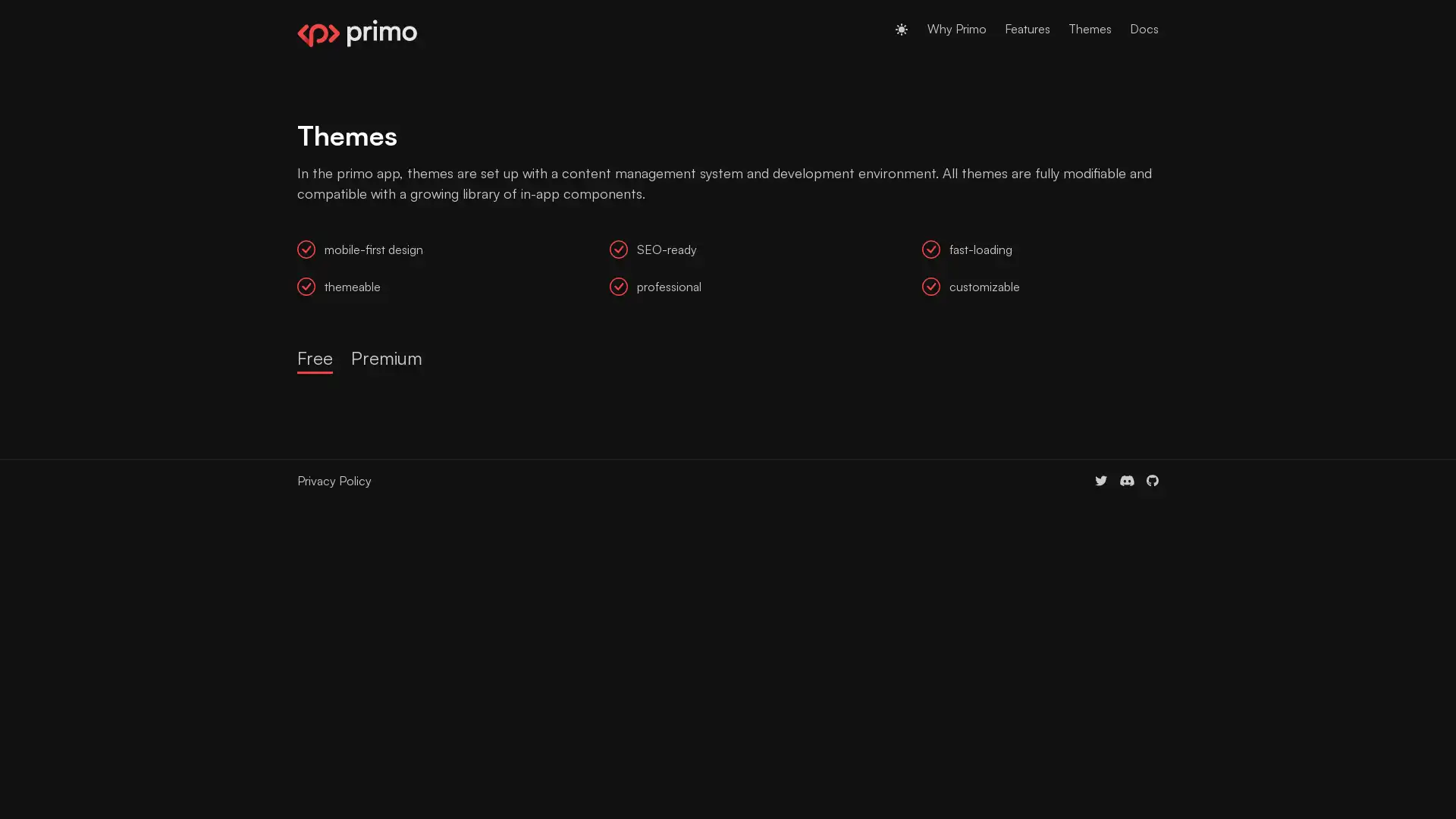  What do you see at coordinates (314, 359) in the screenshot?
I see `Free` at bounding box center [314, 359].